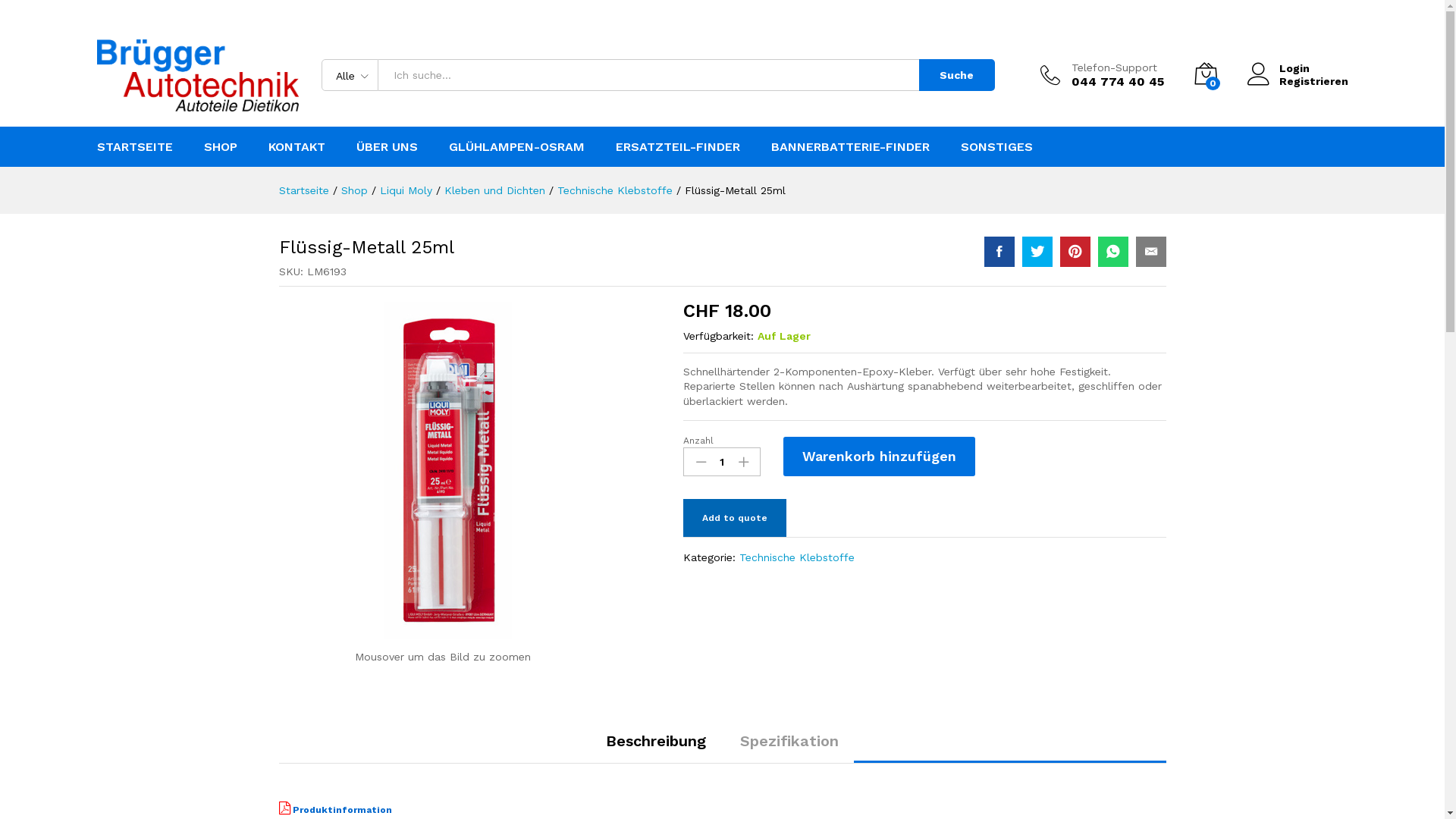 This screenshot has height=819, width=1456. Describe the element at coordinates (604, 739) in the screenshot. I see `'Beschreibung'` at that location.